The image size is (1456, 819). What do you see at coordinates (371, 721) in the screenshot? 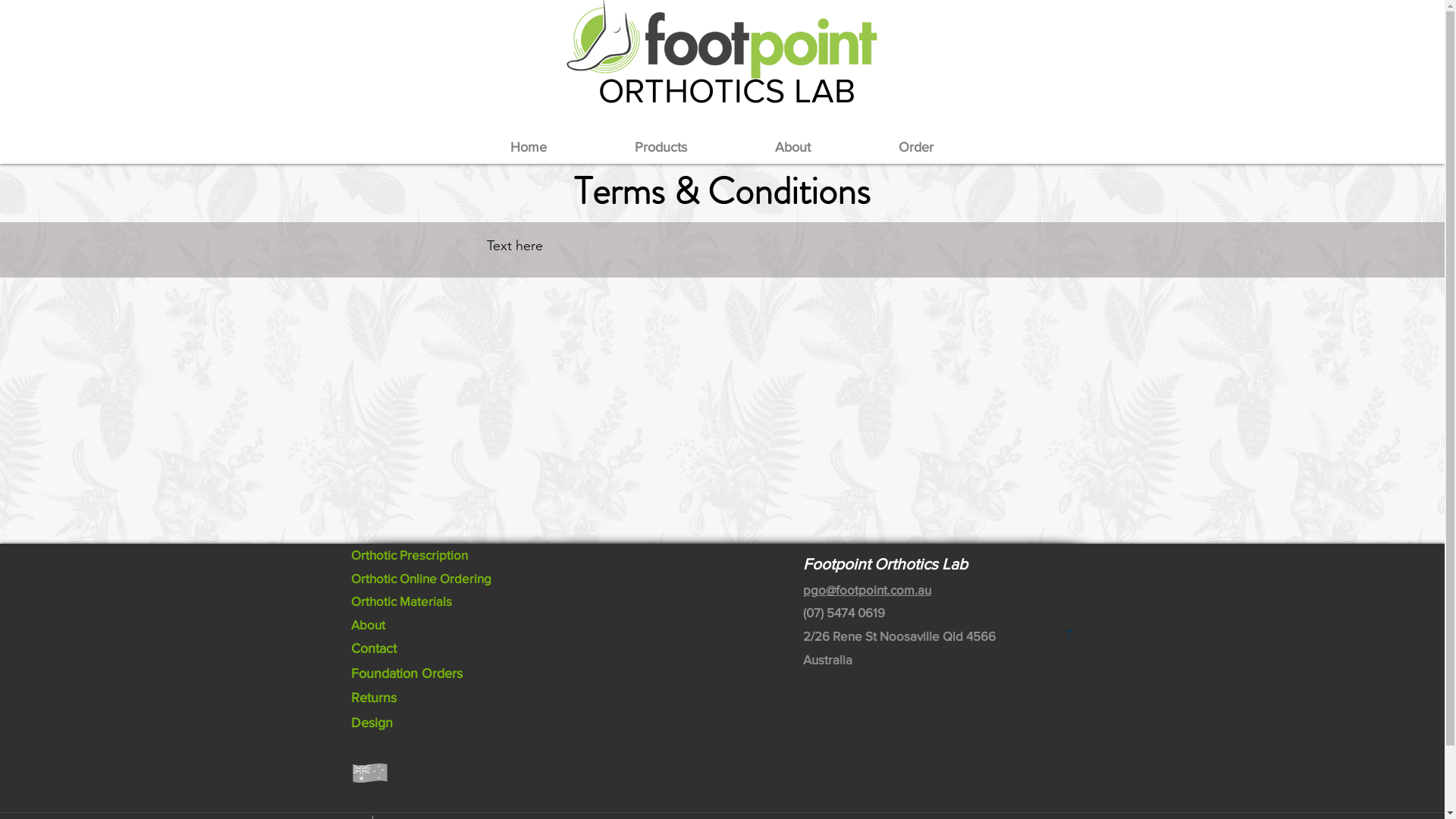
I see `'Design'` at bounding box center [371, 721].